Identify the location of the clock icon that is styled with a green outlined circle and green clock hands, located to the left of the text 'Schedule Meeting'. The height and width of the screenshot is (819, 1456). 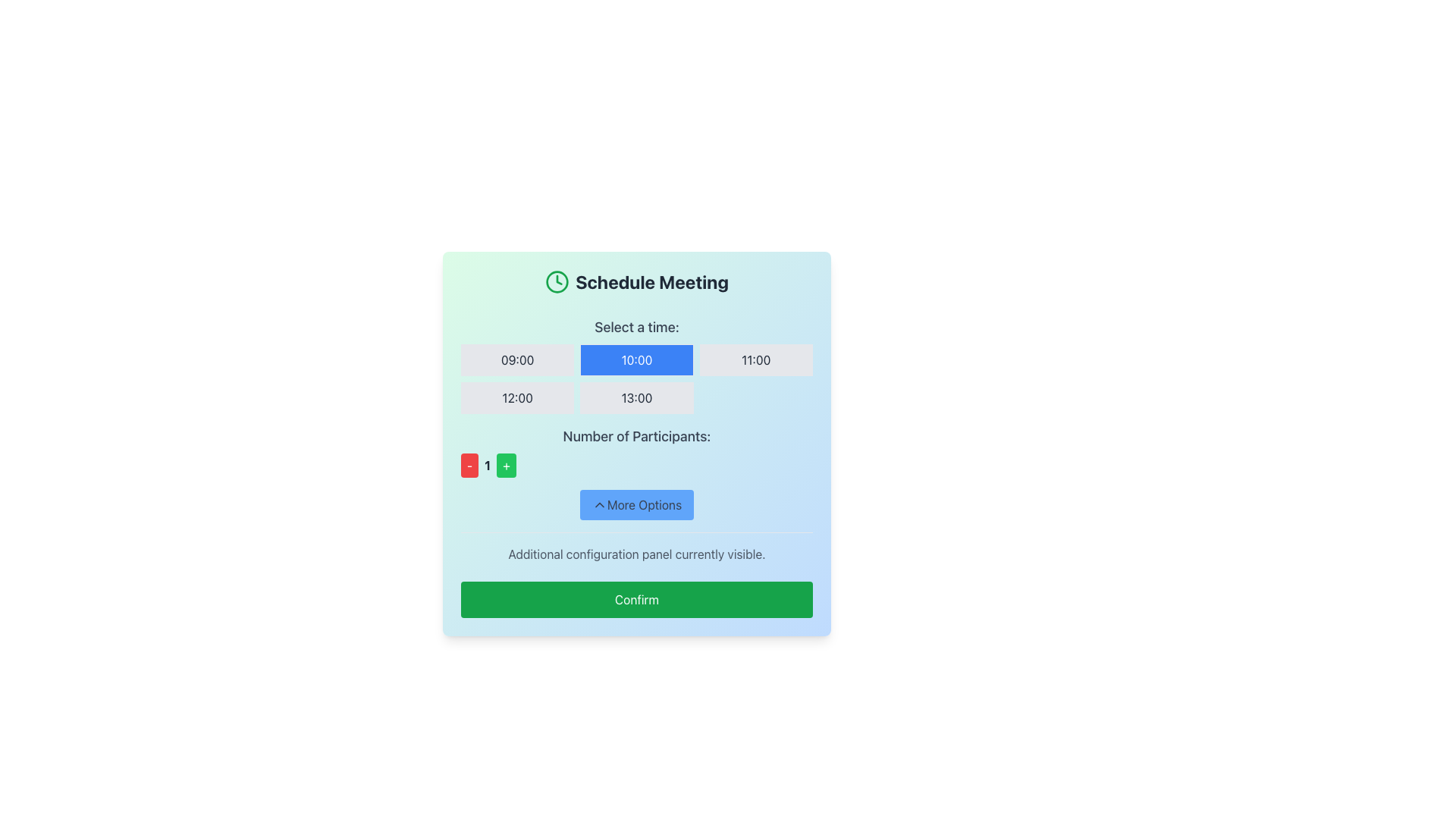
(557, 281).